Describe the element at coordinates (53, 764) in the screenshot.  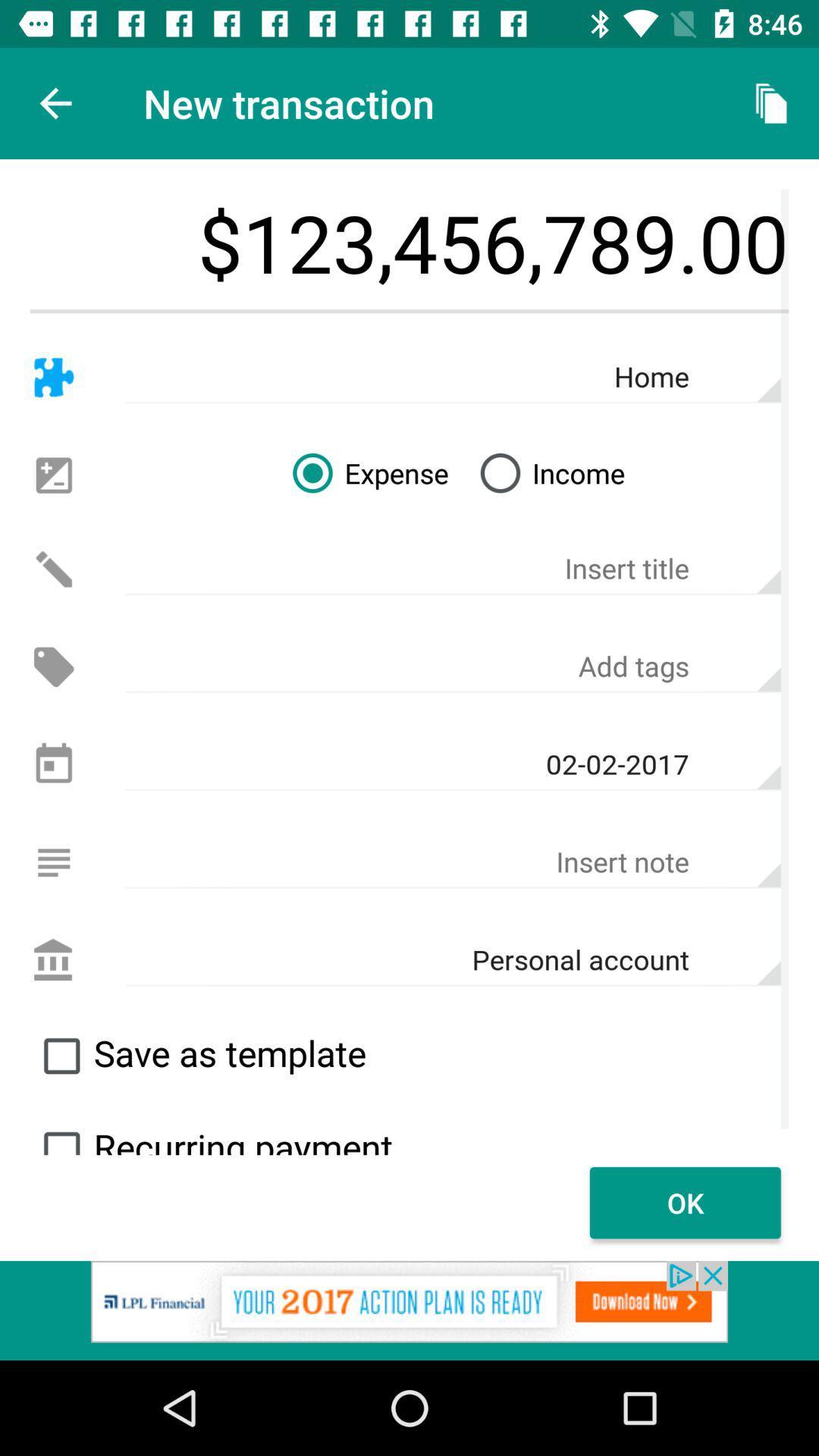
I see `the date_range icon` at that location.